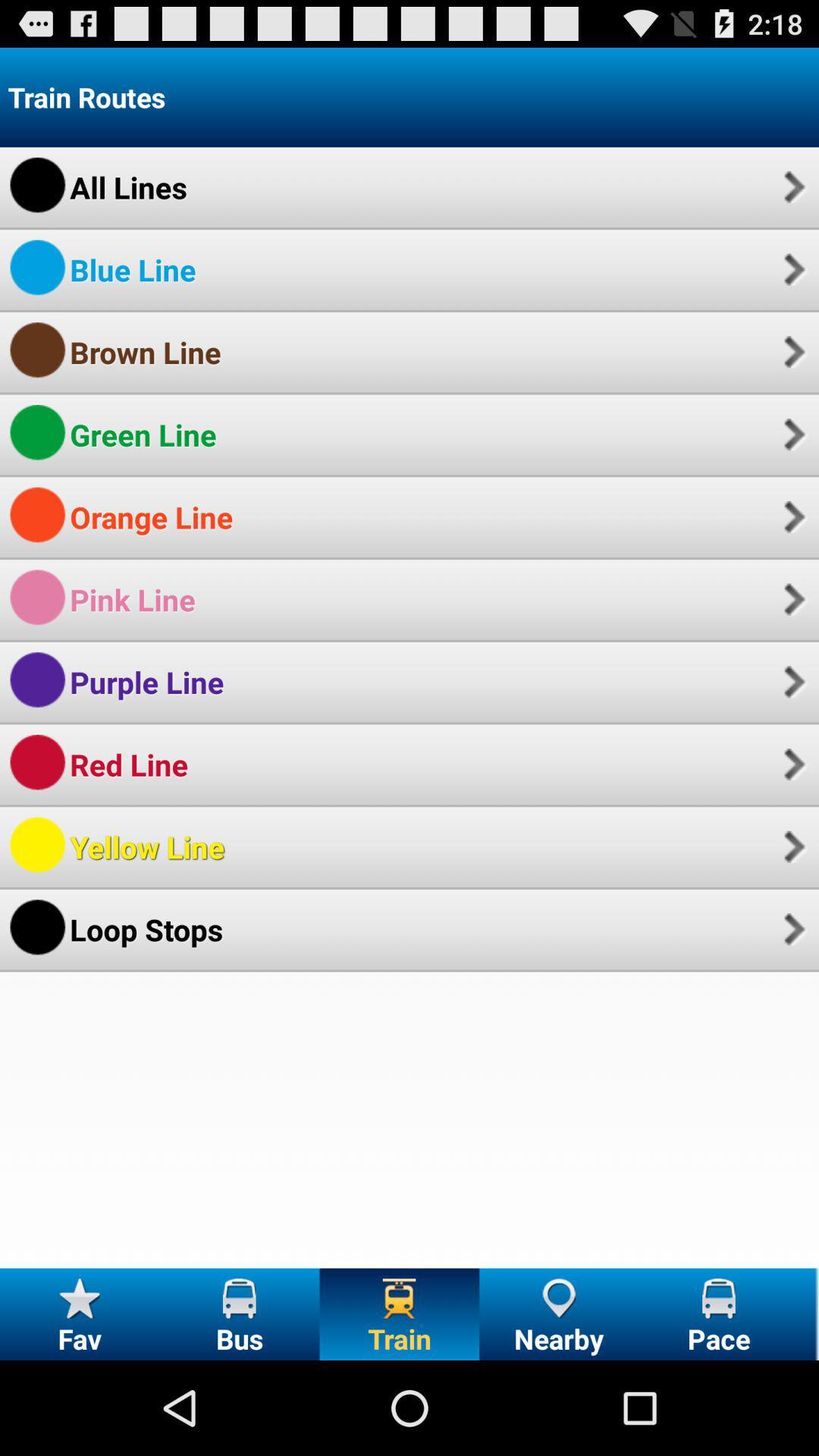 Image resolution: width=819 pixels, height=1456 pixels. What do you see at coordinates (792, 433) in the screenshot?
I see `app next to the green line` at bounding box center [792, 433].